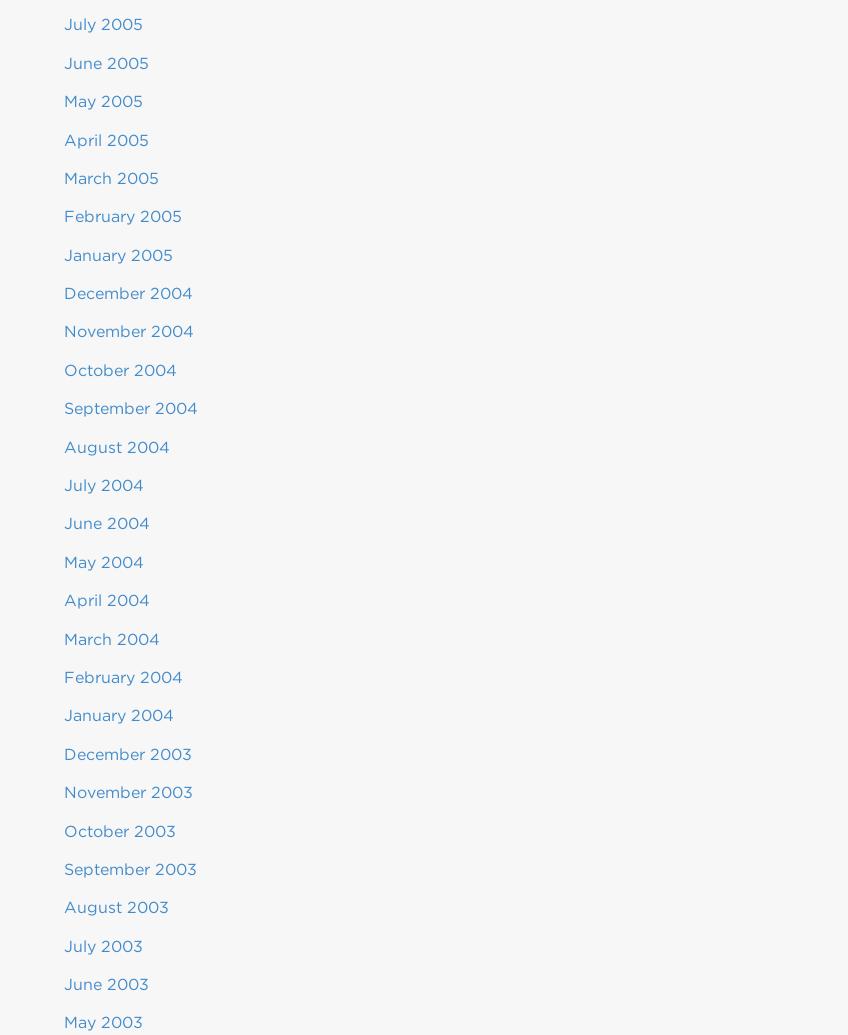 The image size is (848, 1035). I want to click on 'March 2005', so click(110, 177).